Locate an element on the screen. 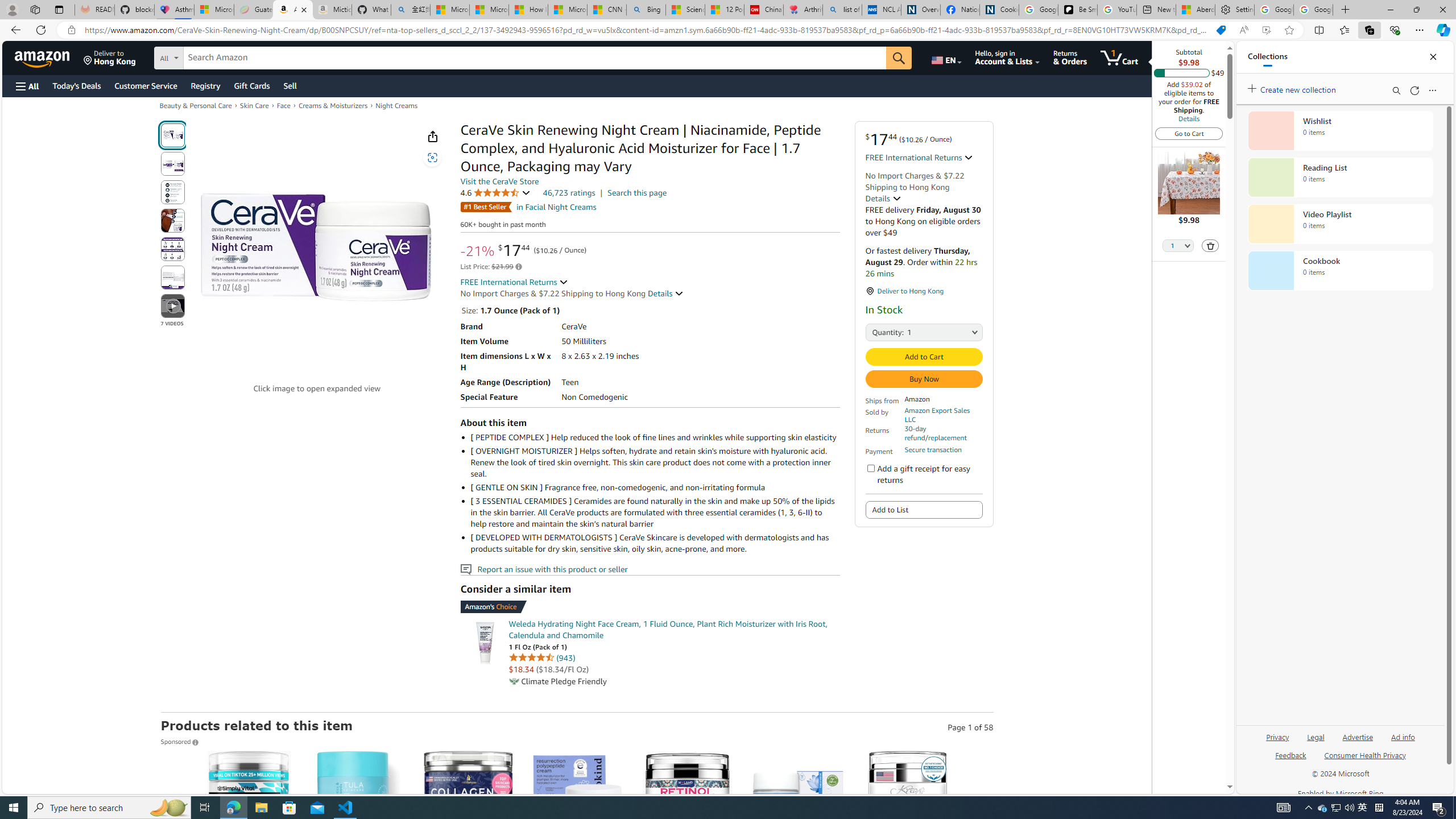 This screenshot has width=1456, height=819. 'Registry' is located at coordinates (204, 85).